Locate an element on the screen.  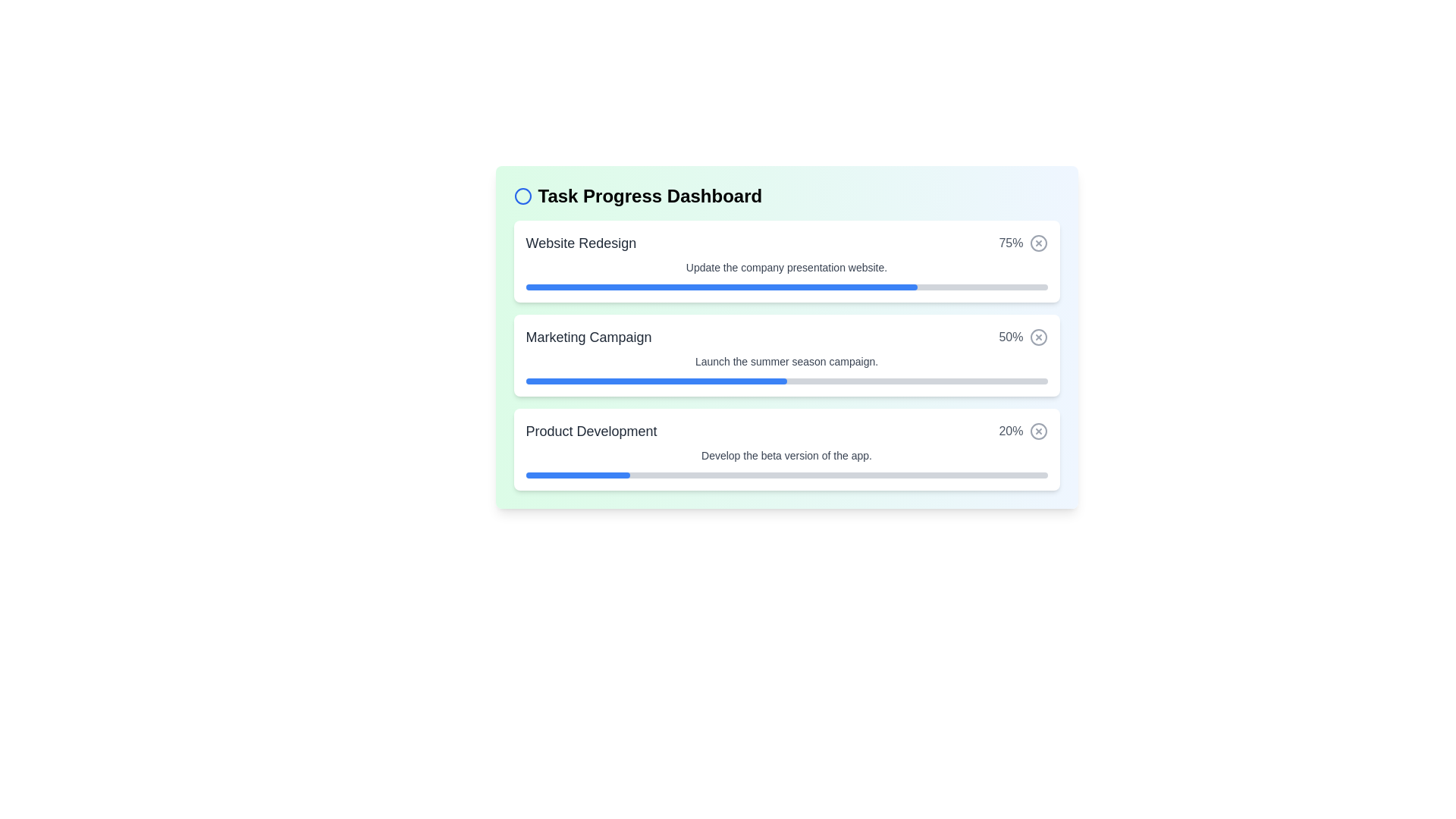
the static text label displaying 'Marketing Campaign', which is styled with a large bold font and is located in the second task row of the 'Task Progress Dashboard' is located at coordinates (588, 336).